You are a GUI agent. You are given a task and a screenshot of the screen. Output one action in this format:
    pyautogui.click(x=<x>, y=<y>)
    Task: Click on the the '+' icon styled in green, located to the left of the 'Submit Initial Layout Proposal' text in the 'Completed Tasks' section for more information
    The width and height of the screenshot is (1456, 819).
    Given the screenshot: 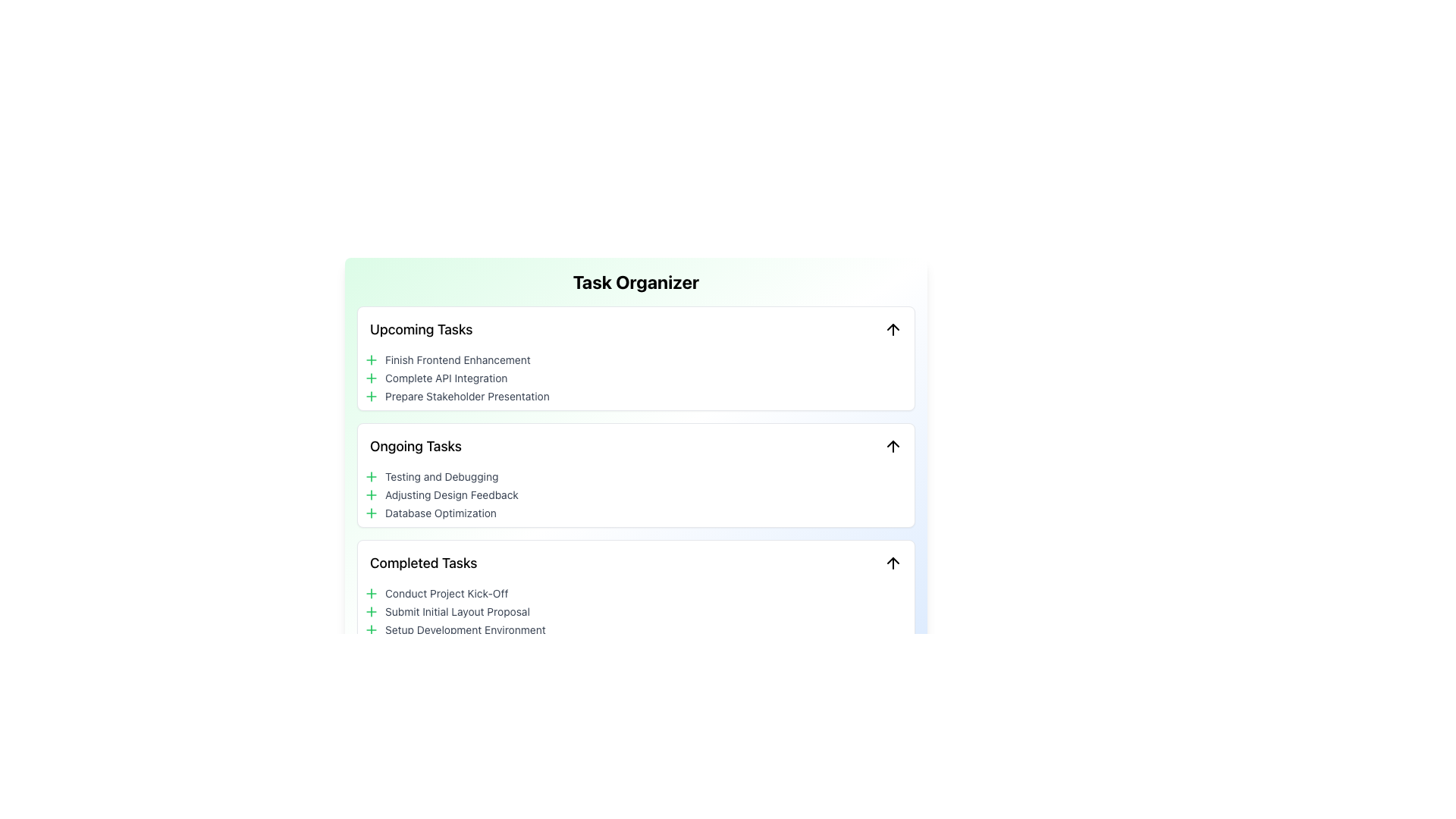 What is the action you would take?
    pyautogui.click(x=371, y=610)
    